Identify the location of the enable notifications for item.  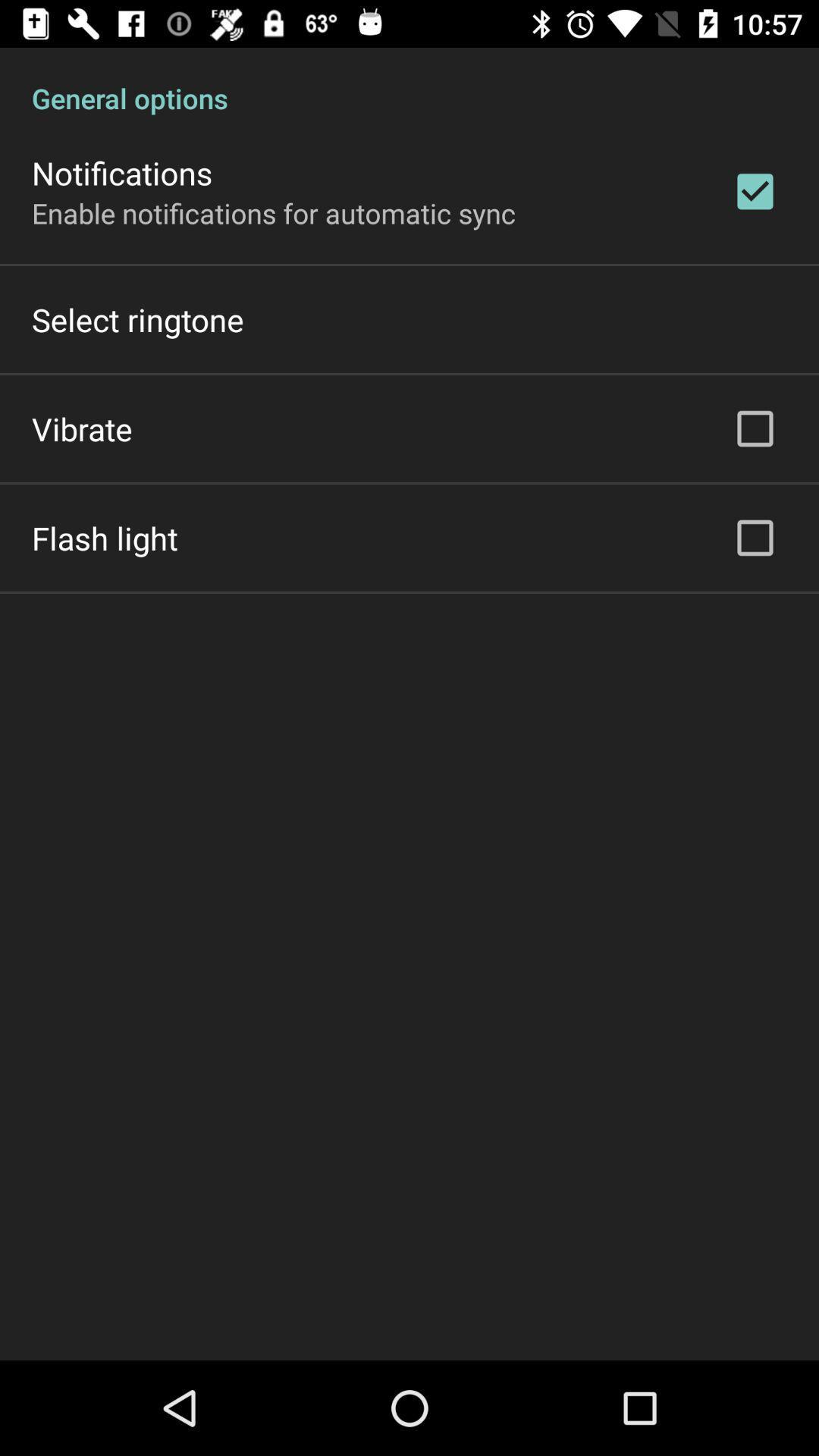
(274, 212).